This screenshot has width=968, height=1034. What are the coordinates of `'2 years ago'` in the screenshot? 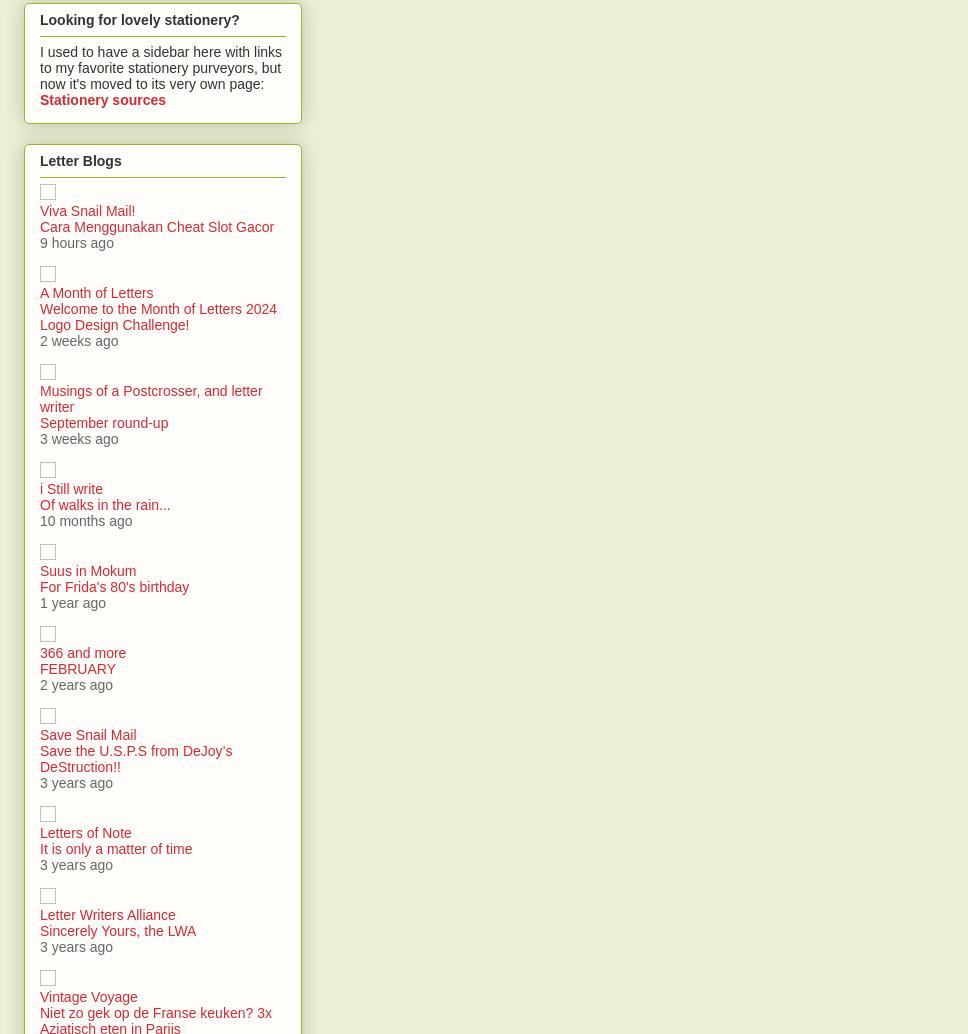 It's located at (75, 685).